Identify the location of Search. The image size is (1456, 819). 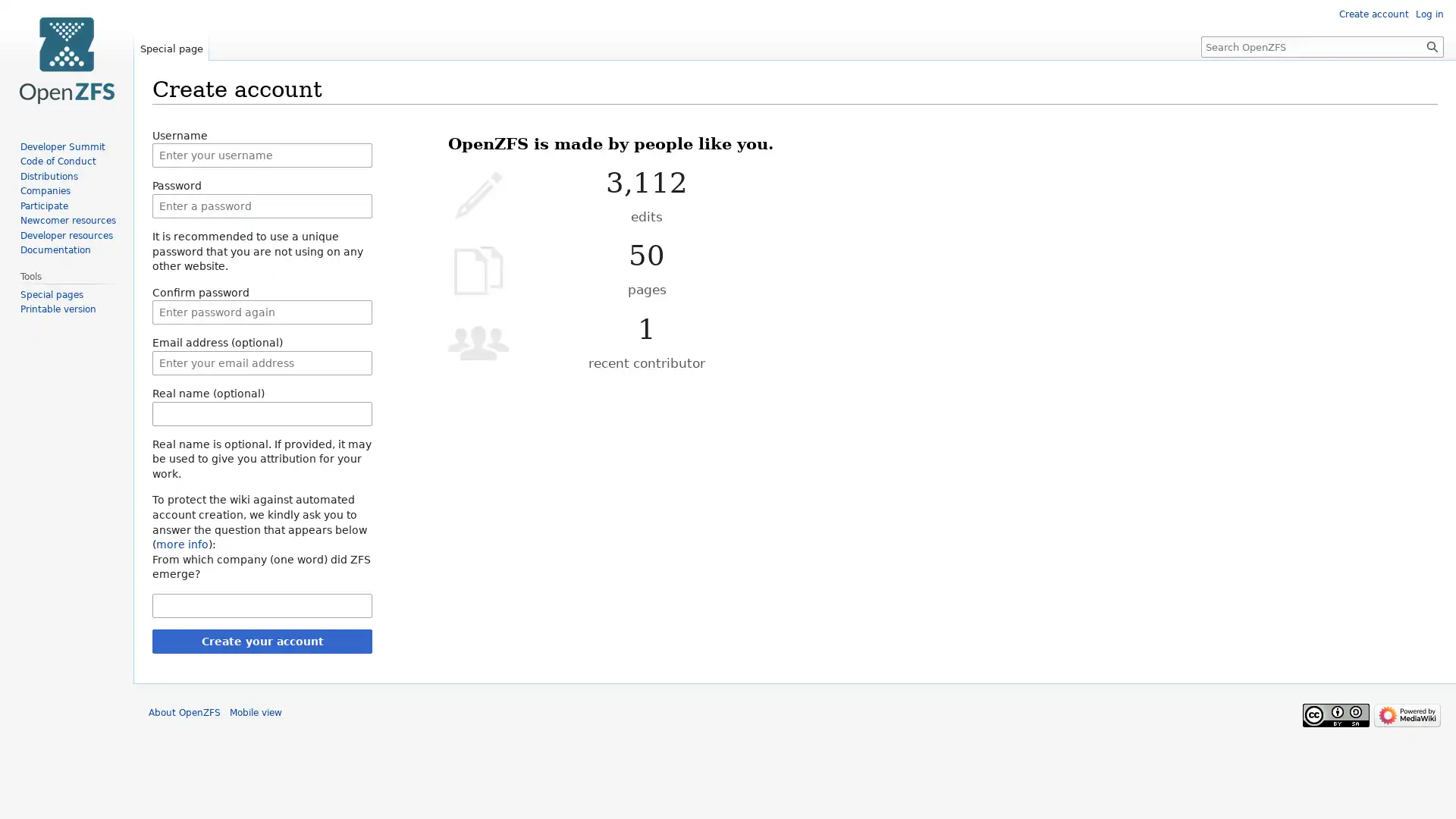
(1432, 45).